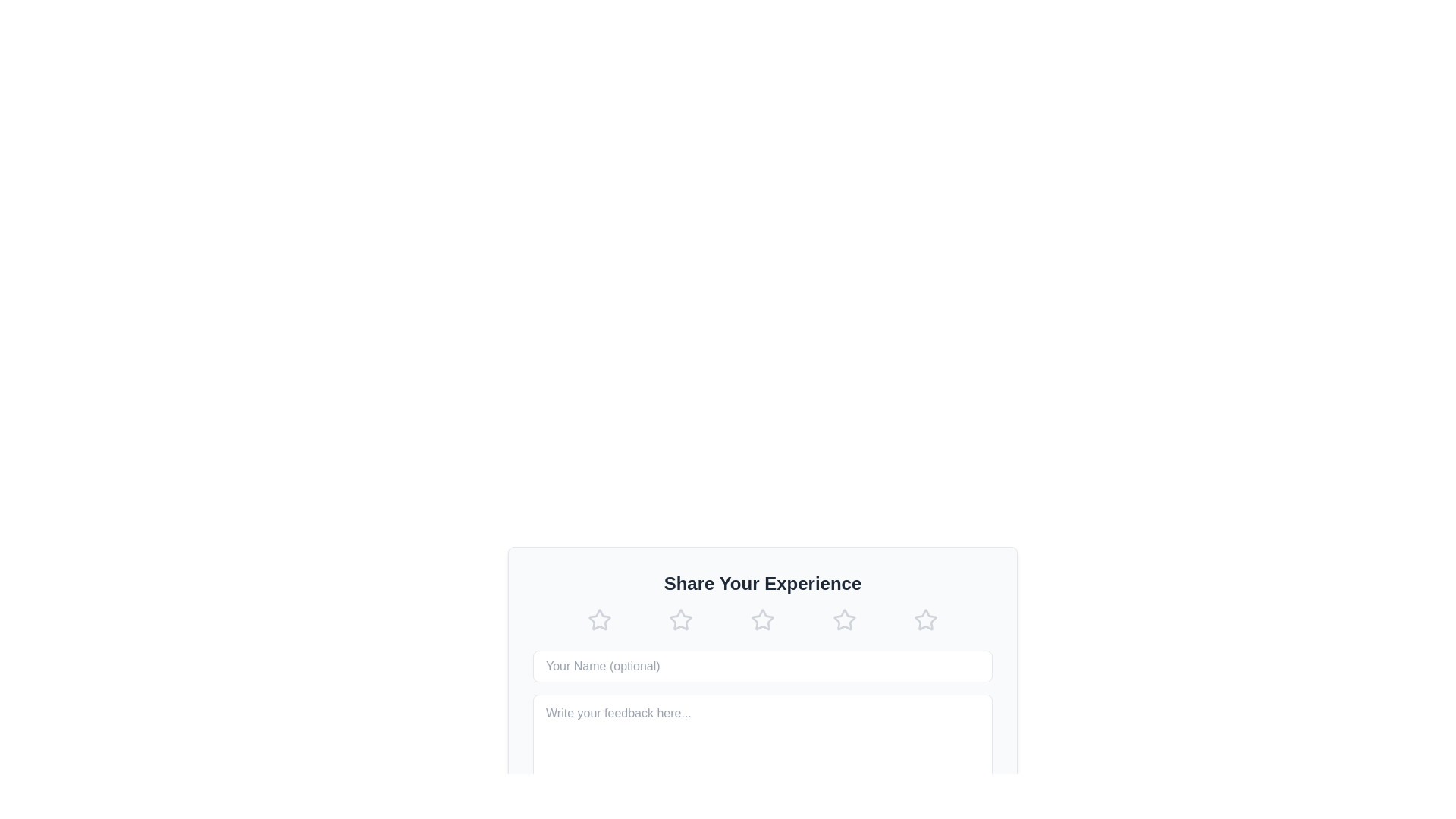 The width and height of the screenshot is (1456, 819). What do you see at coordinates (762, 620) in the screenshot?
I see `the third star-shaped icon in the rating section` at bounding box center [762, 620].